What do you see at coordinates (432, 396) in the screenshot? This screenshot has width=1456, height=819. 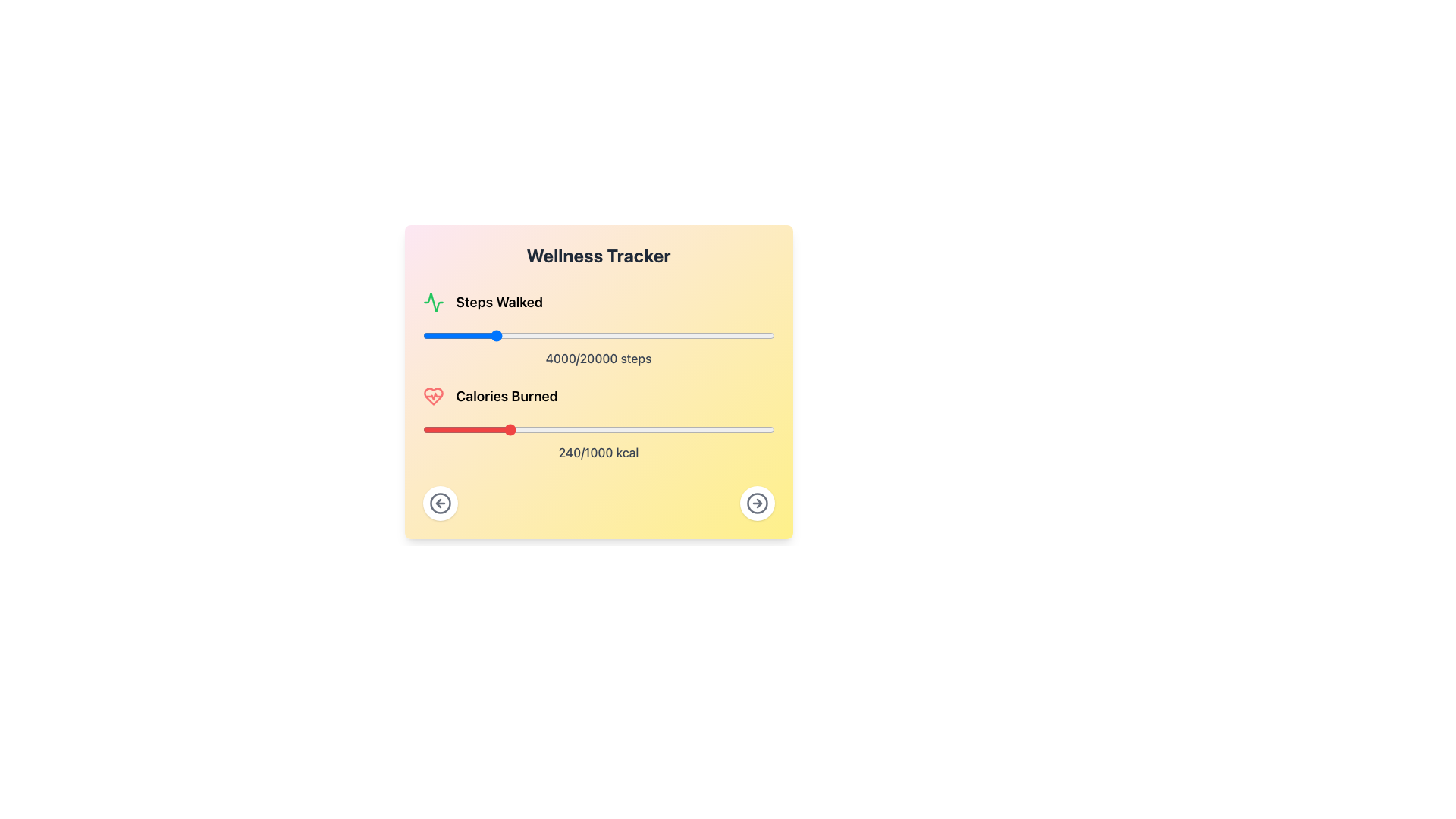 I see `the small red heart icon with a pulse line, located to the left of the text 'Calories Burned' in the 'Wellness Tracker' interface` at bounding box center [432, 396].